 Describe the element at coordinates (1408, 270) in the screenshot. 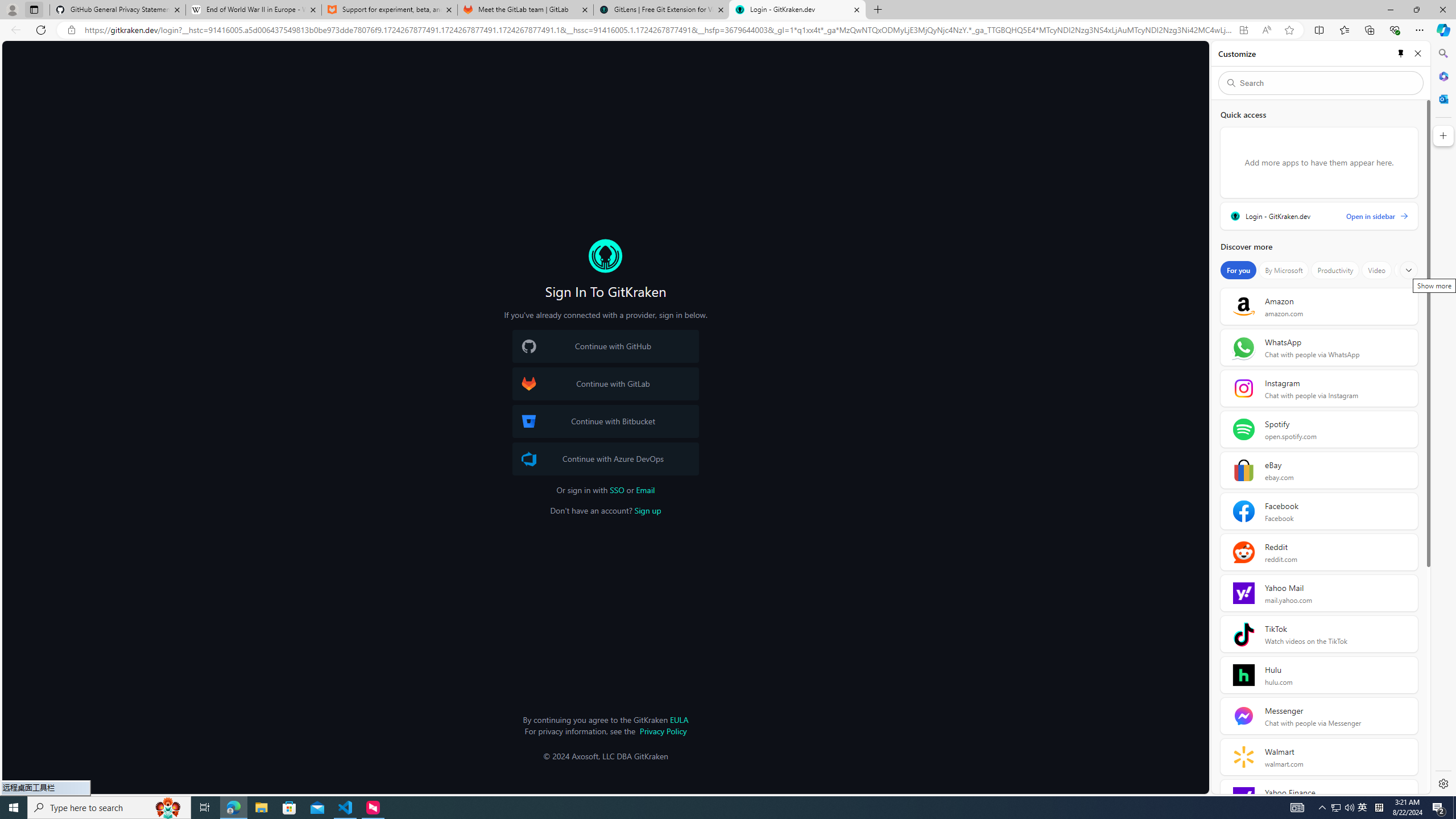

I see `'Show more'` at that location.